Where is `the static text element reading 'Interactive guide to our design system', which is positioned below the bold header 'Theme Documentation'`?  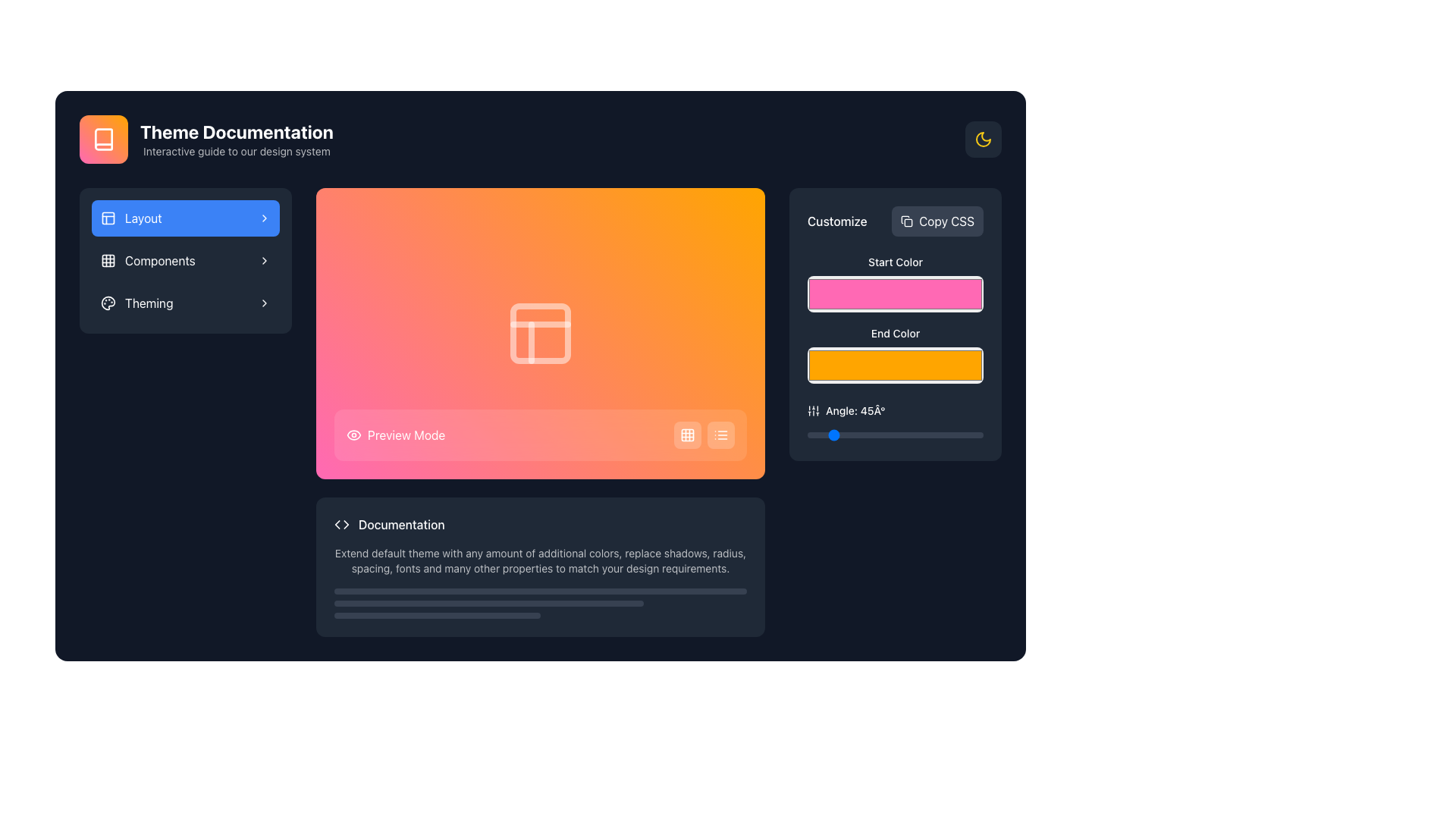 the static text element reading 'Interactive guide to our design system', which is positioned below the bold header 'Theme Documentation' is located at coordinates (236, 152).